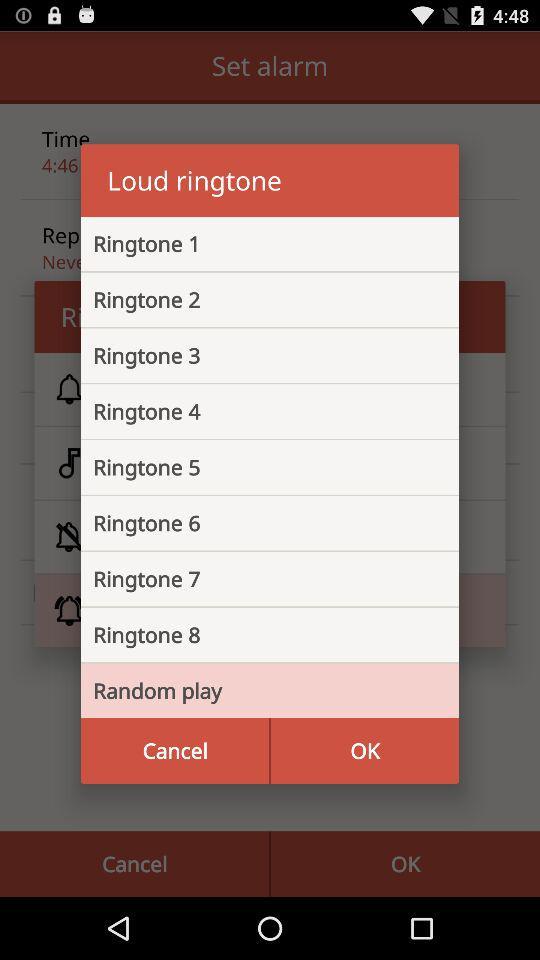 The height and width of the screenshot is (960, 540). I want to click on ringtone 3 item, so click(254, 355).